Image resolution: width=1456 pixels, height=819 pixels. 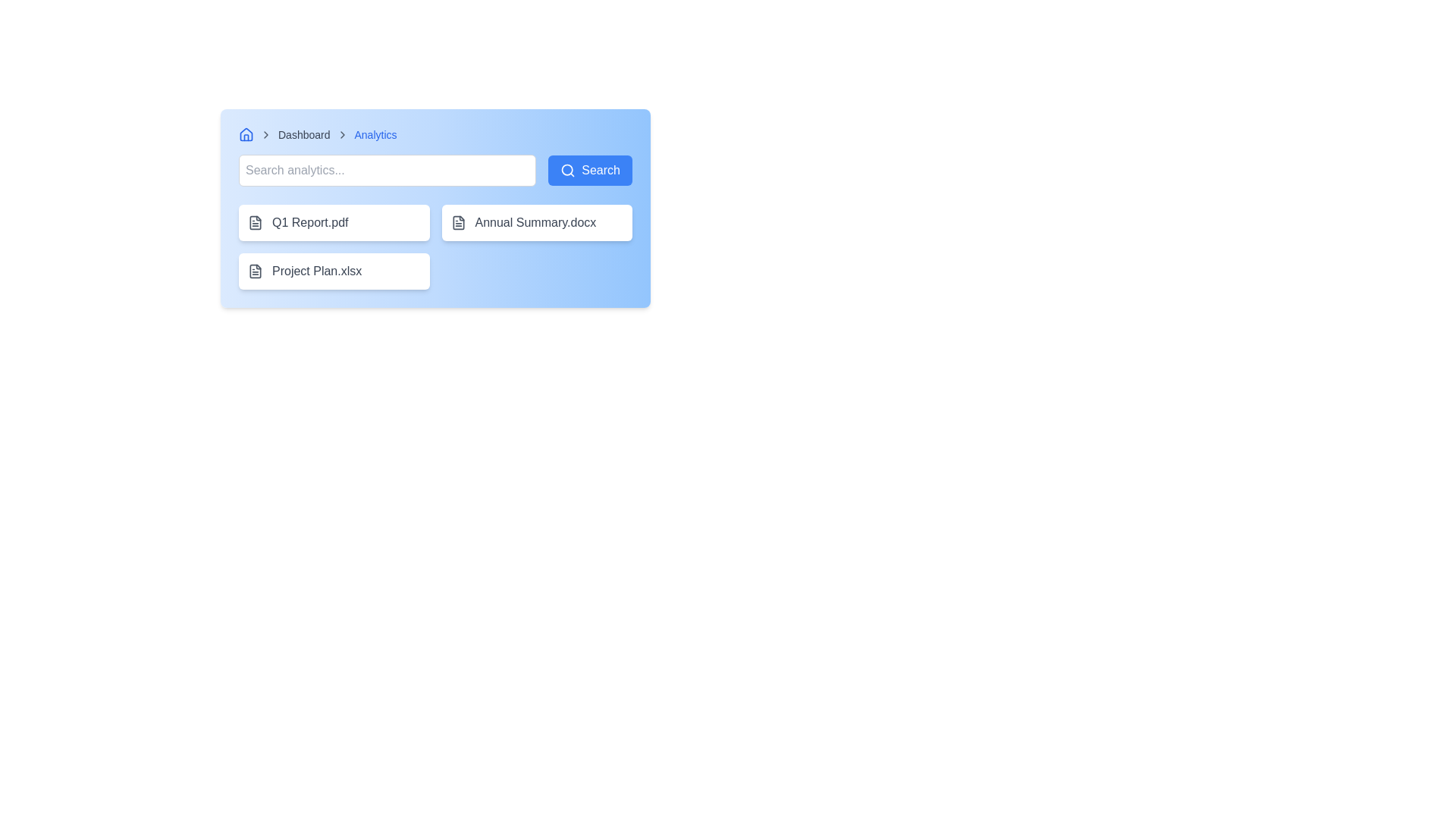 I want to click on the 'Analytics' text label in the breadcrumb navigation bar, which is styled with the 'text-blue-600' class and located at the top section of the card interface, so click(x=375, y=133).